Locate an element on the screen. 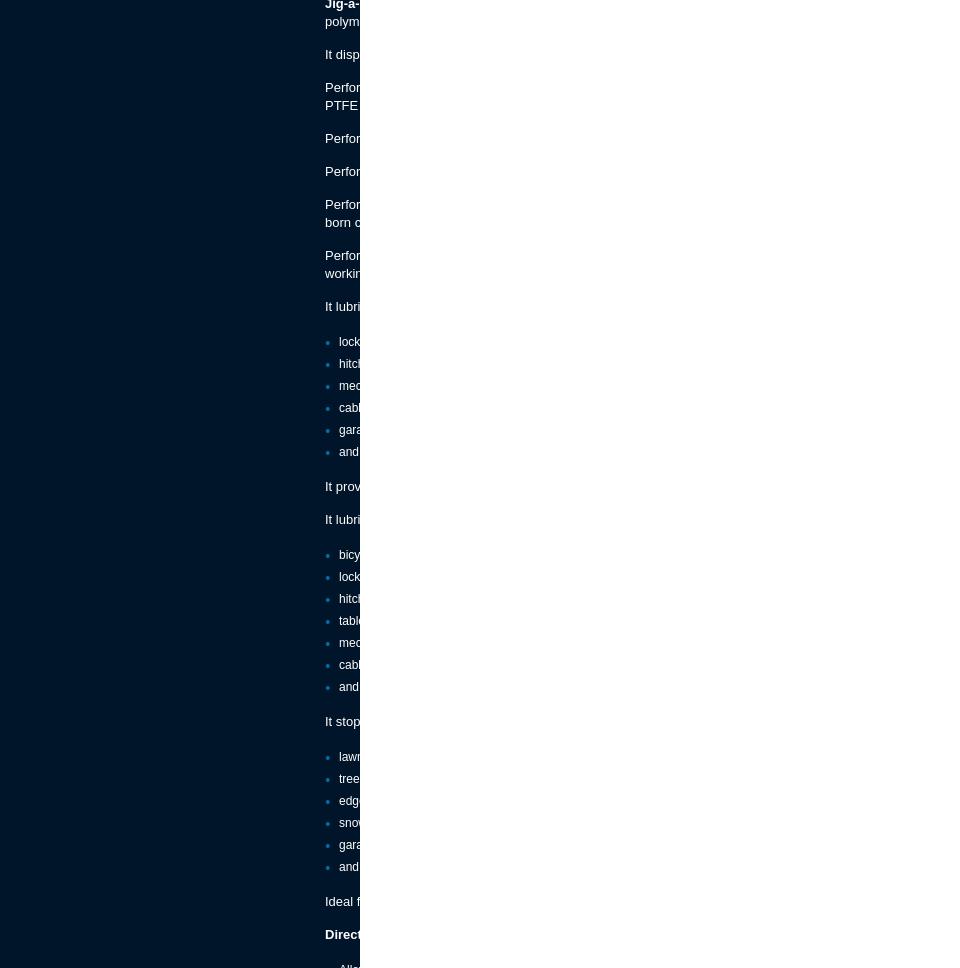  'snow blowers' is located at coordinates (373, 822).